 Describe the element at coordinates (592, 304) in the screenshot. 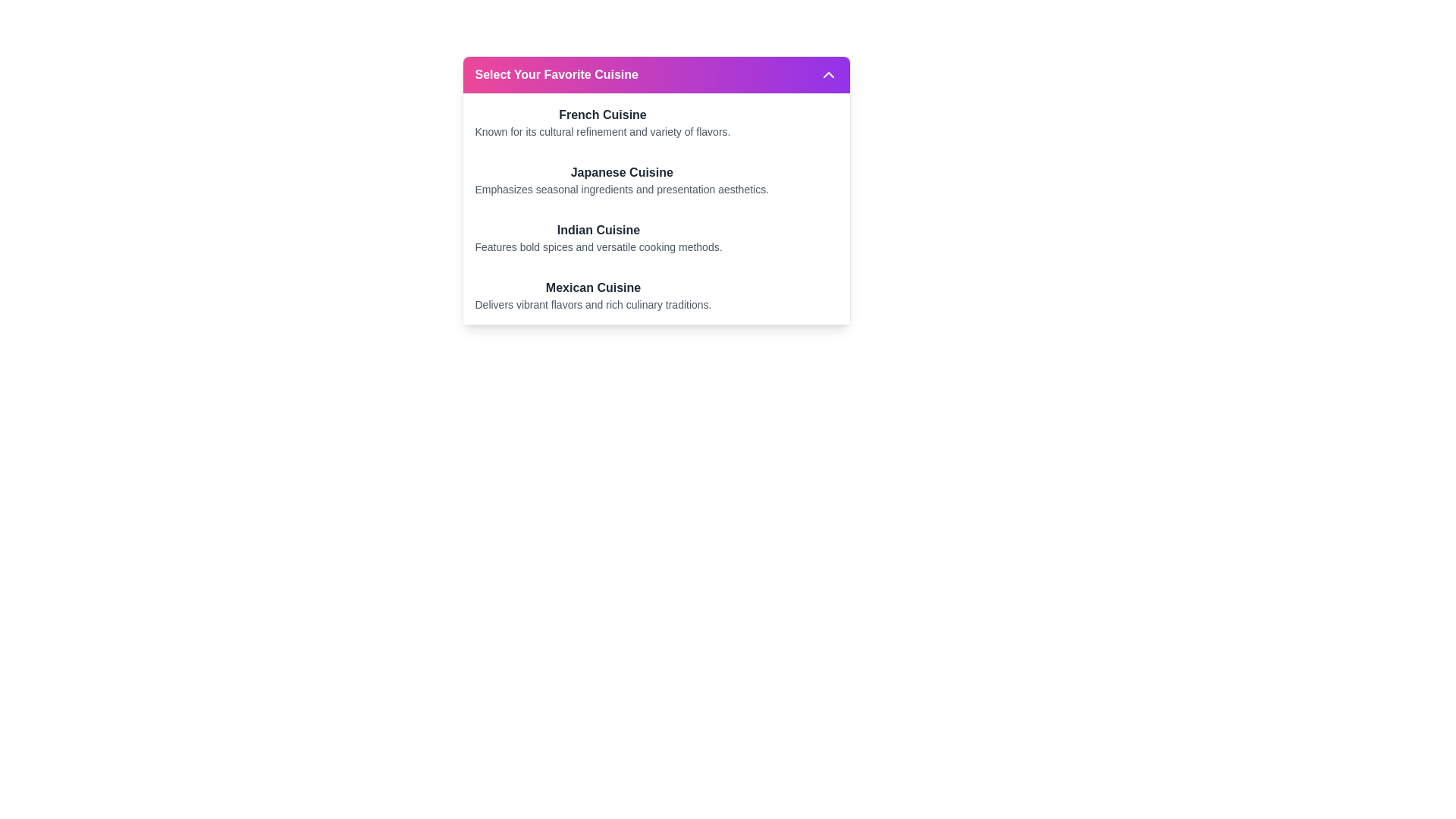

I see `text label displaying 'Delivers vibrant flavors and rich culinary traditions.' located beneath the 'Mexican Cuisine' heading in the dropdown menu 'Select Your Favorite Cuisine'` at that location.